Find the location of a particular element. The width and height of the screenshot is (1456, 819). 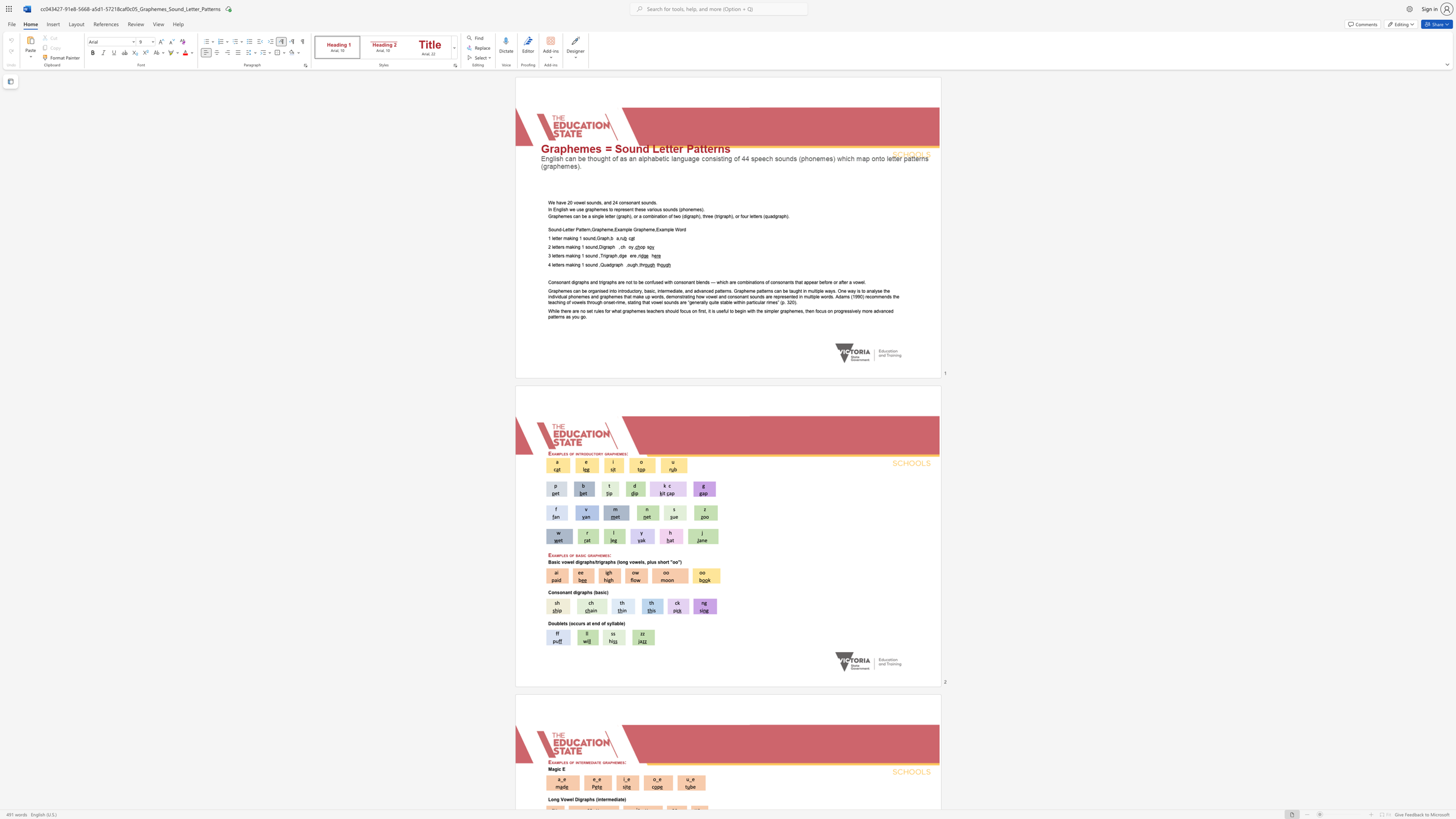

the subset text ", basic, intermediate, and advanced patterns. Grapheme patterns can be taught in multiple ways. One way is to analyse the individual phonemes and graphemes that make up words, demonstrating how vowel and consonant sounds are represented in multiple words. Adams (1990) reco" within the text "Graphemes can be organised into introductory, basic, intermediate, and advanced patterns. Grapheme patterns can be taught in multiple ways. One way is to analyse the individual phonemes and graphemes that make up words, demonstrating how vowel and consonant sounds are represented in multiple words. Adams (1990) recommends the teaching of vowels through onset-rime, stating that vowel sounds are “generally quite stable within particular rimes” (p. 320)." is located at coordinates (641, 290).